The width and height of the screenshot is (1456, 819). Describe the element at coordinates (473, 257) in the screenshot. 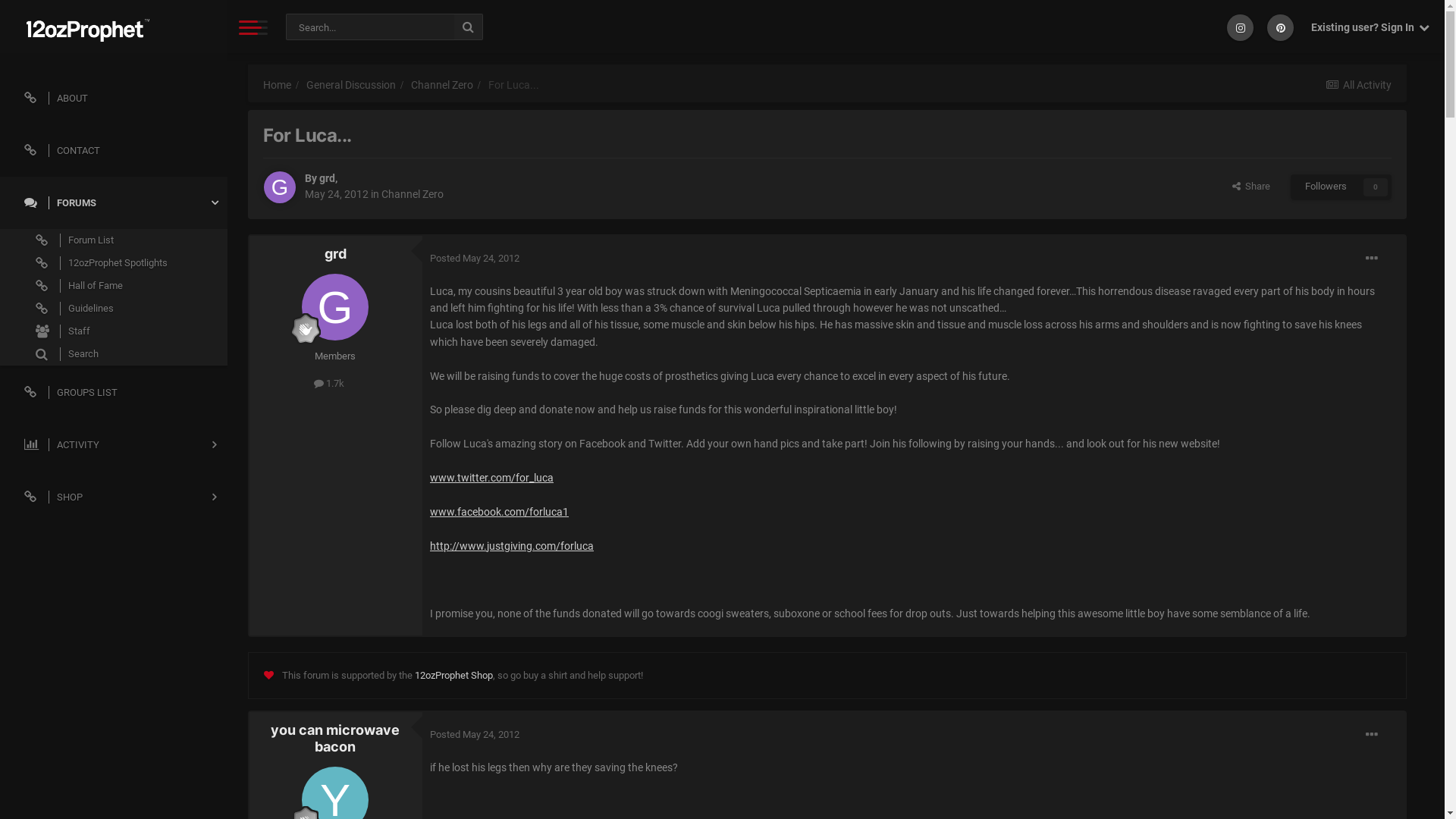

I see `'Posted May 24, 2012'` at that location.